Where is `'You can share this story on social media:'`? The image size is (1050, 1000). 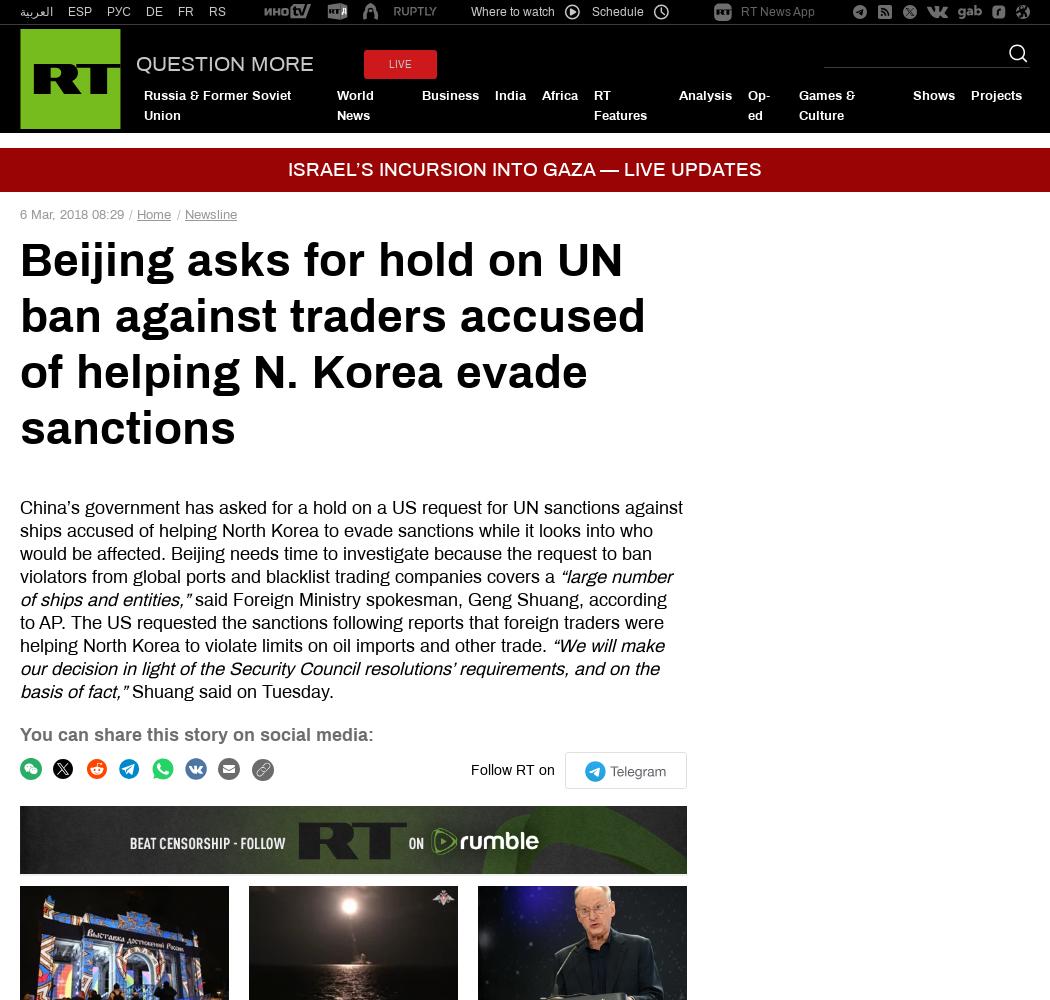
'You can share this story on social media:' is located at coordinates (195, 733).